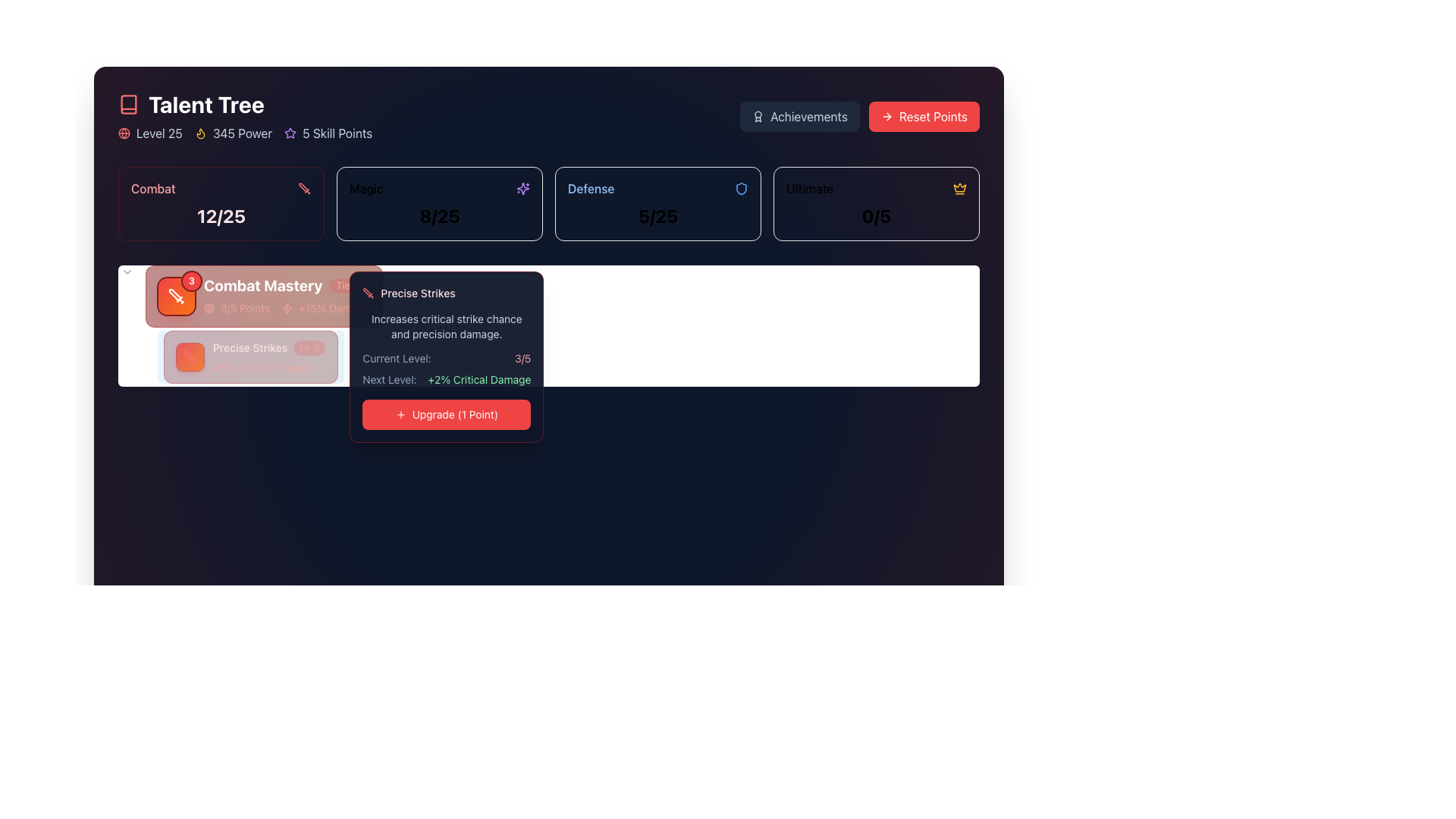  I want to click on the 'Featured' tab in the Tab navigation bar, so click(754, 119).